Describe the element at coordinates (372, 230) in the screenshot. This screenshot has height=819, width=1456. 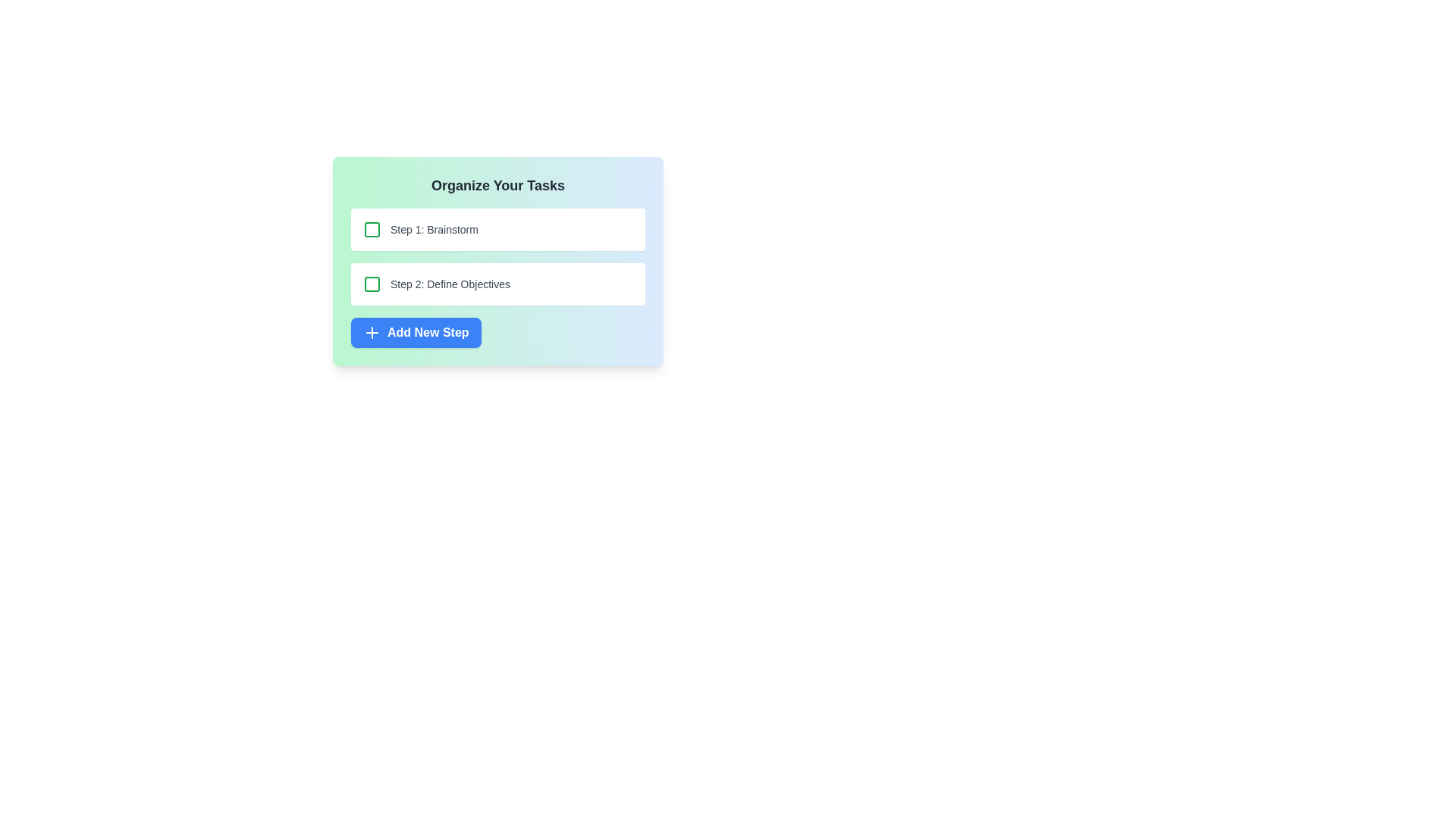
I see `the icon representing the first step in the task list, which is located adjacent to the text 'Step 1: Brainstorm'` at that location.